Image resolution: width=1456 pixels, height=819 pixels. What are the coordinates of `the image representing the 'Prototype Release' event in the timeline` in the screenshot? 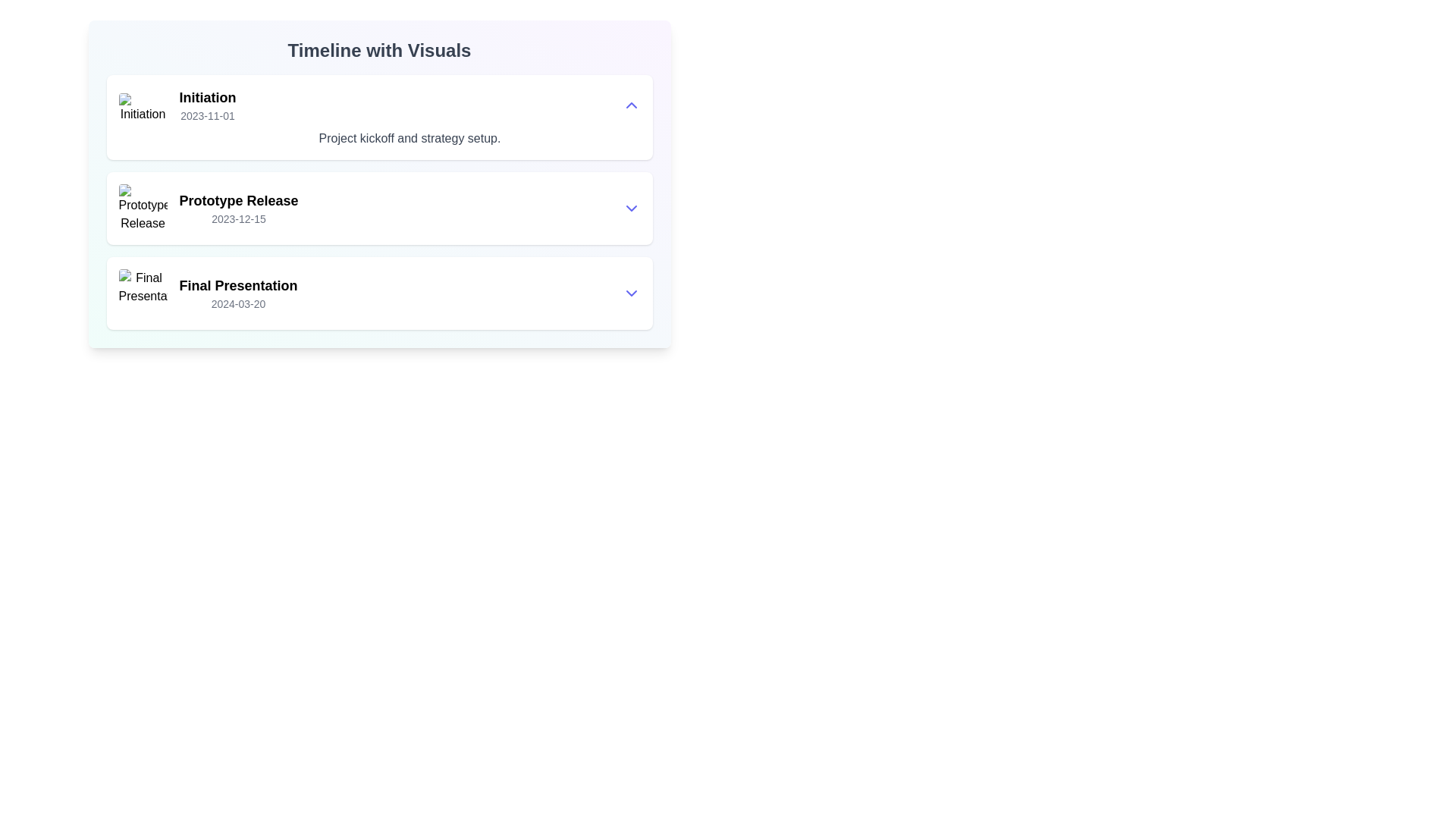 It's located at (143, 208).